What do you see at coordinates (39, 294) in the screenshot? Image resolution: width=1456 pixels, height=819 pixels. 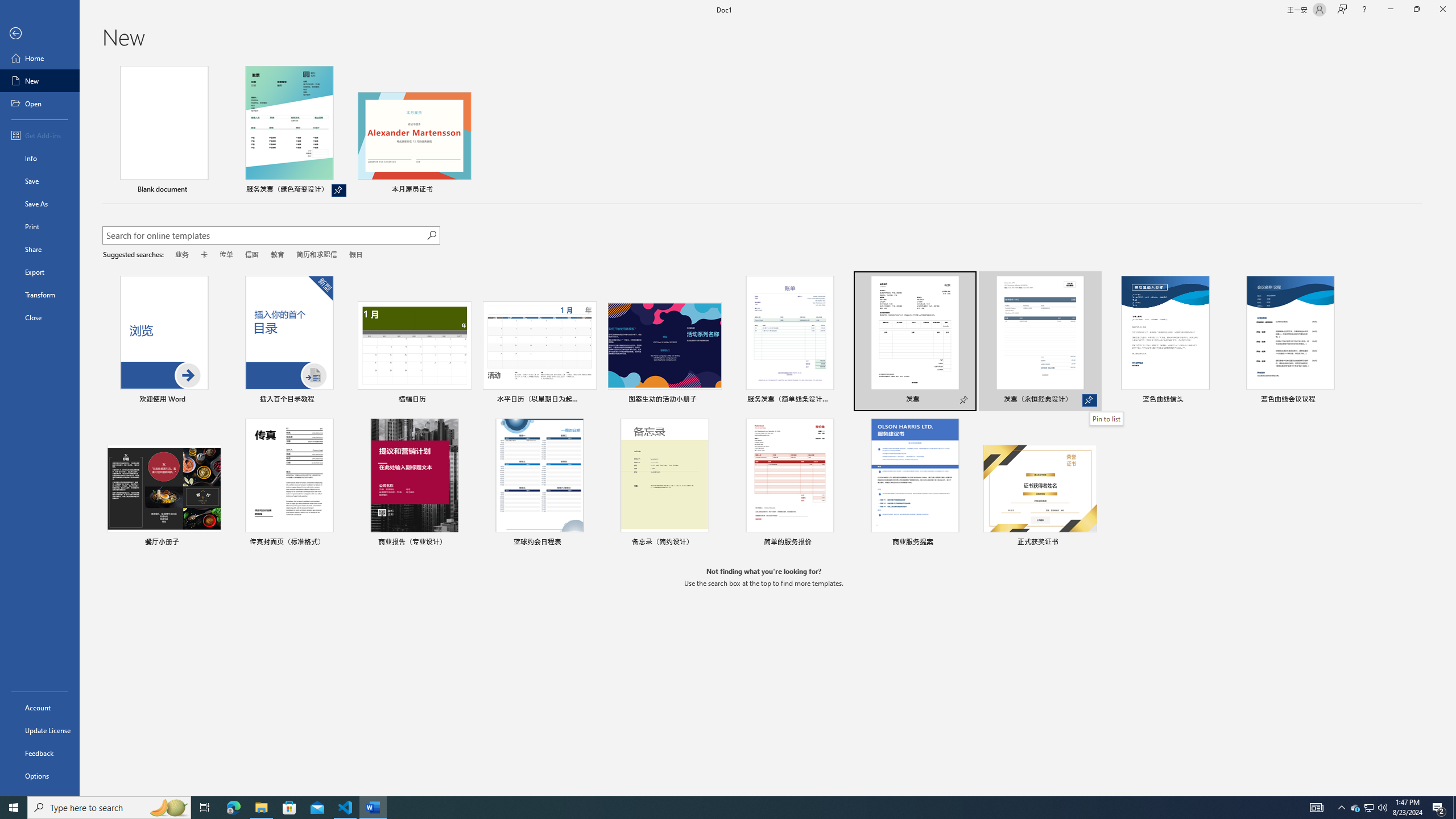 I see `'Transform'` at bounding box center [39, 294].